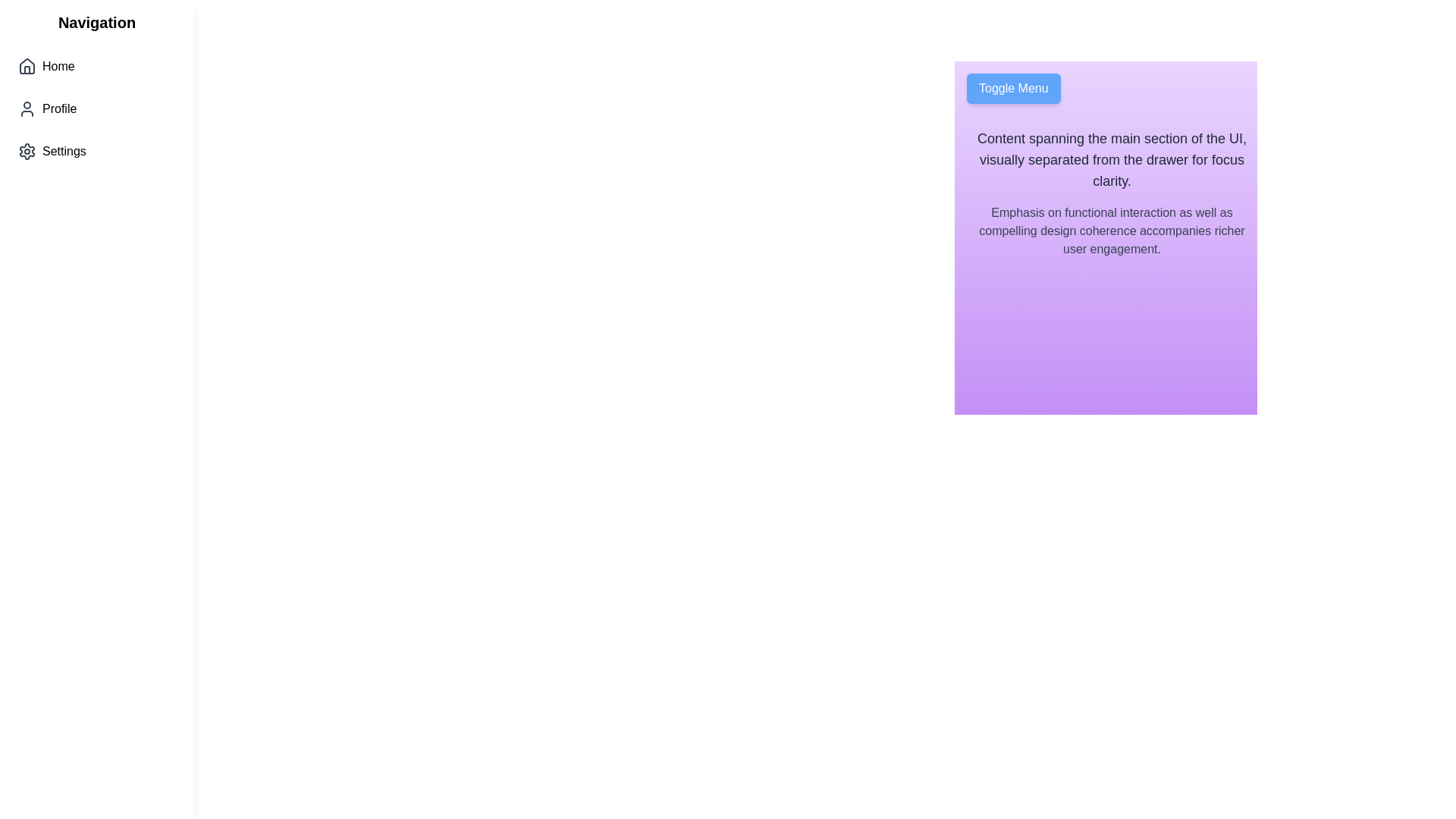  I want to click on the 'Settings' label in the sidebar navigation menu, positioned as the third item below 'Home' and 'Profile', to identify the configuration options, so click(63, 152).